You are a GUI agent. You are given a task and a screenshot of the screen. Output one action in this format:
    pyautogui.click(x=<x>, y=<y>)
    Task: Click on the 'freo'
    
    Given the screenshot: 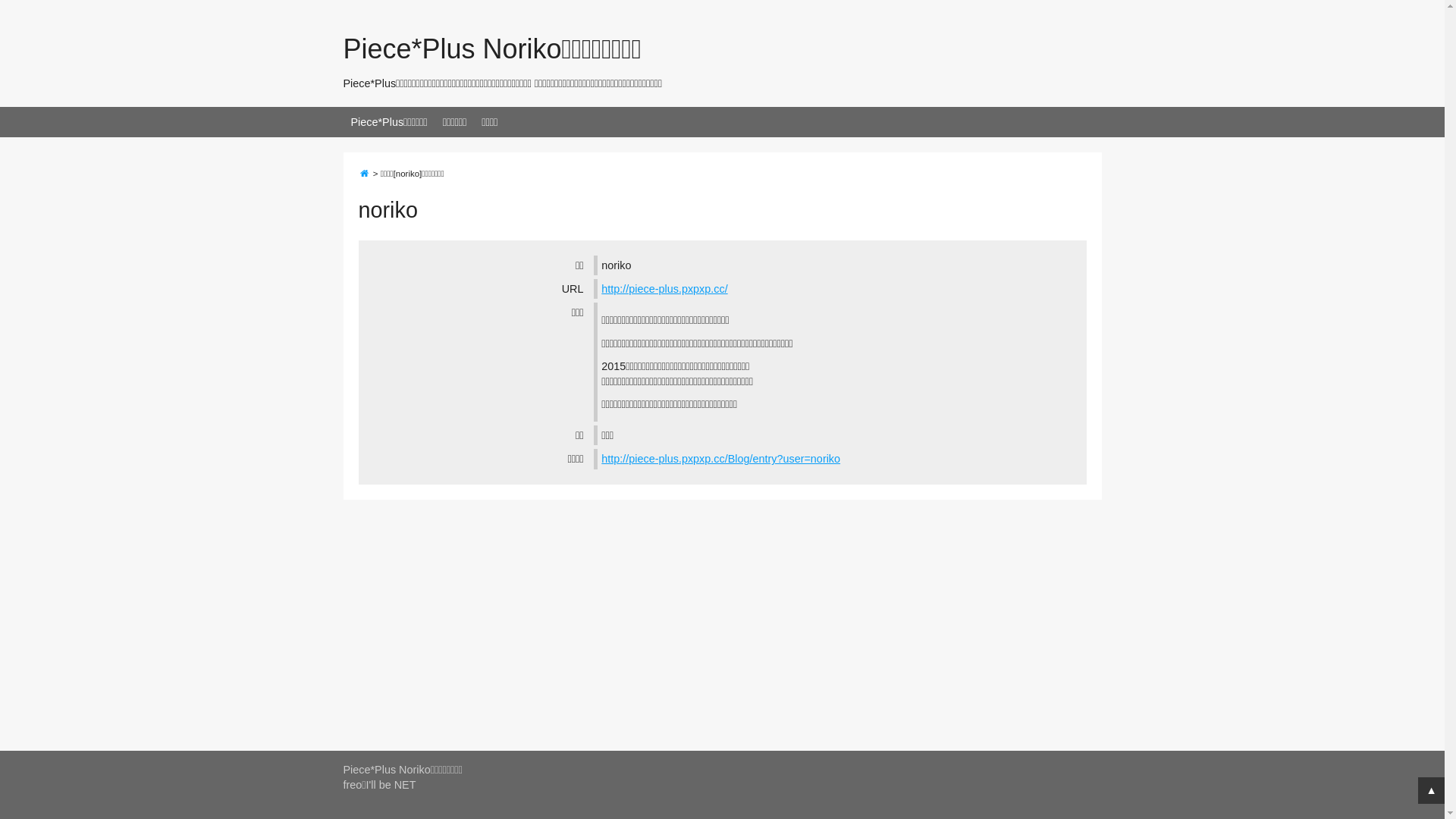 What is the action you would take?
    pyautogui.click(x=351, y=784)
    